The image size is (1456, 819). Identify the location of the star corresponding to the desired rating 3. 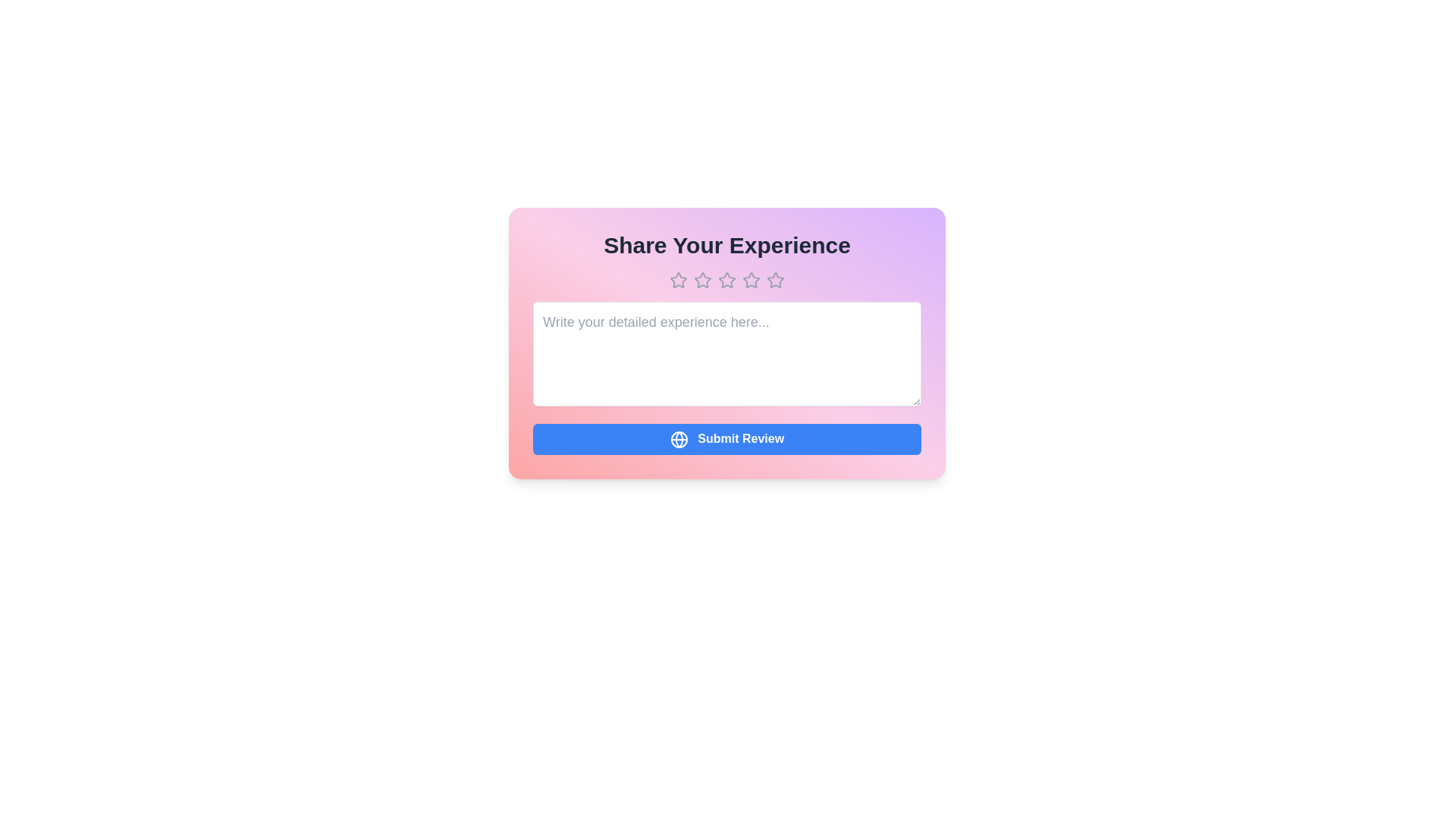
(726, 281).